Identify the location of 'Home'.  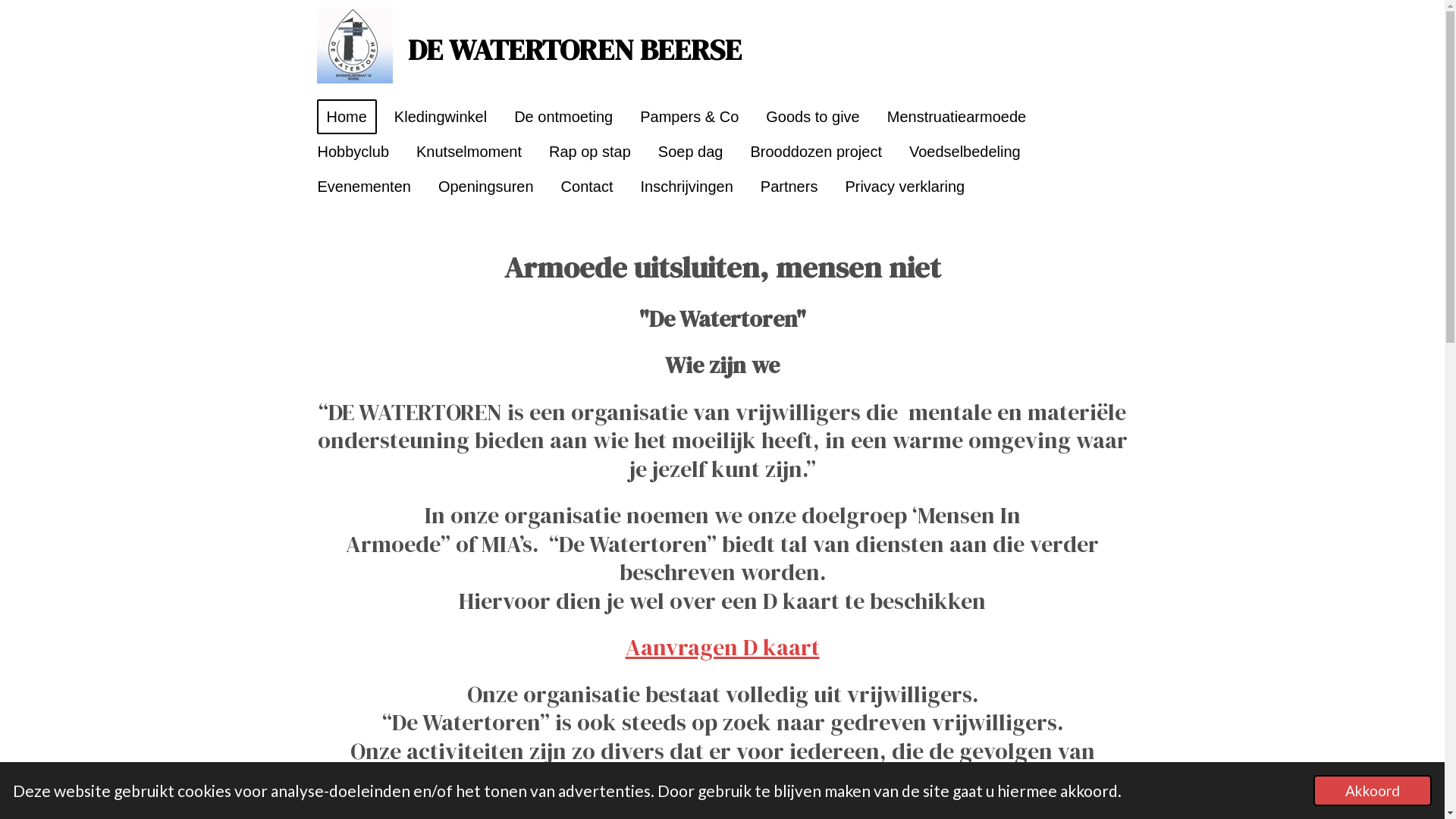
(346, 116).